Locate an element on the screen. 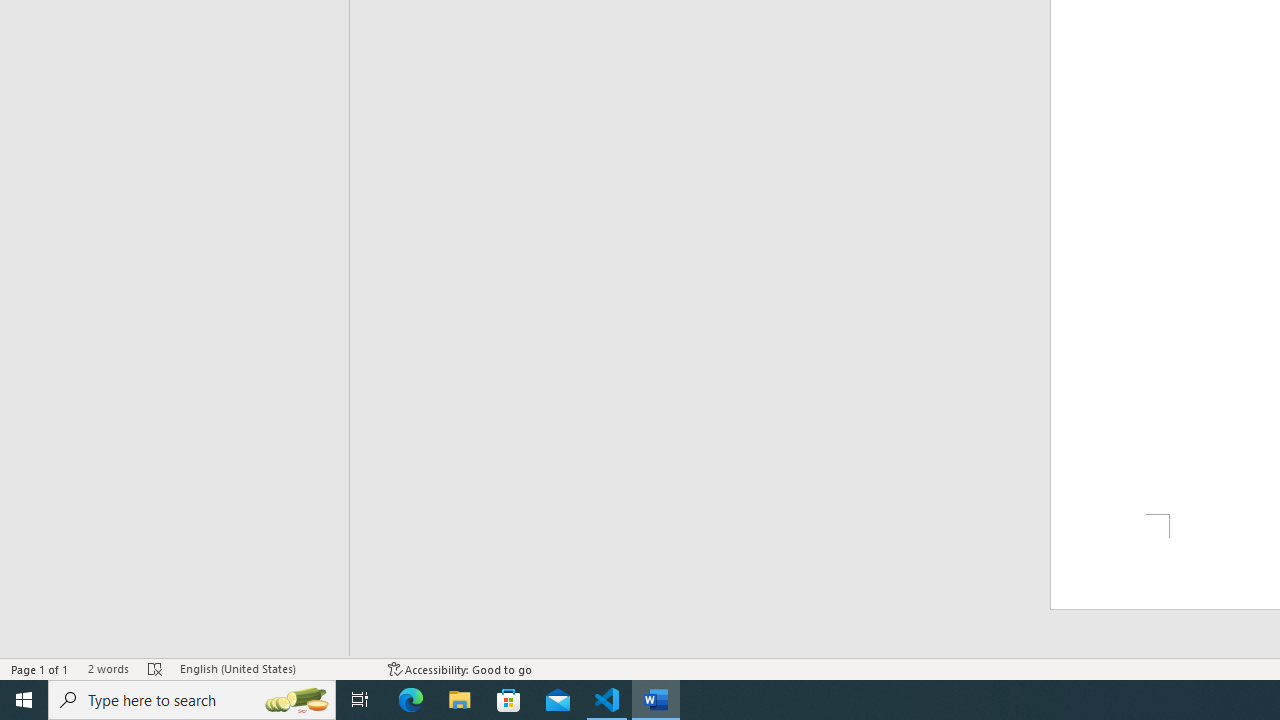 The height and width of the screenshot is (720, 1280). 'Page Number Page 1 of 1' is located at coordinates (40, 669).